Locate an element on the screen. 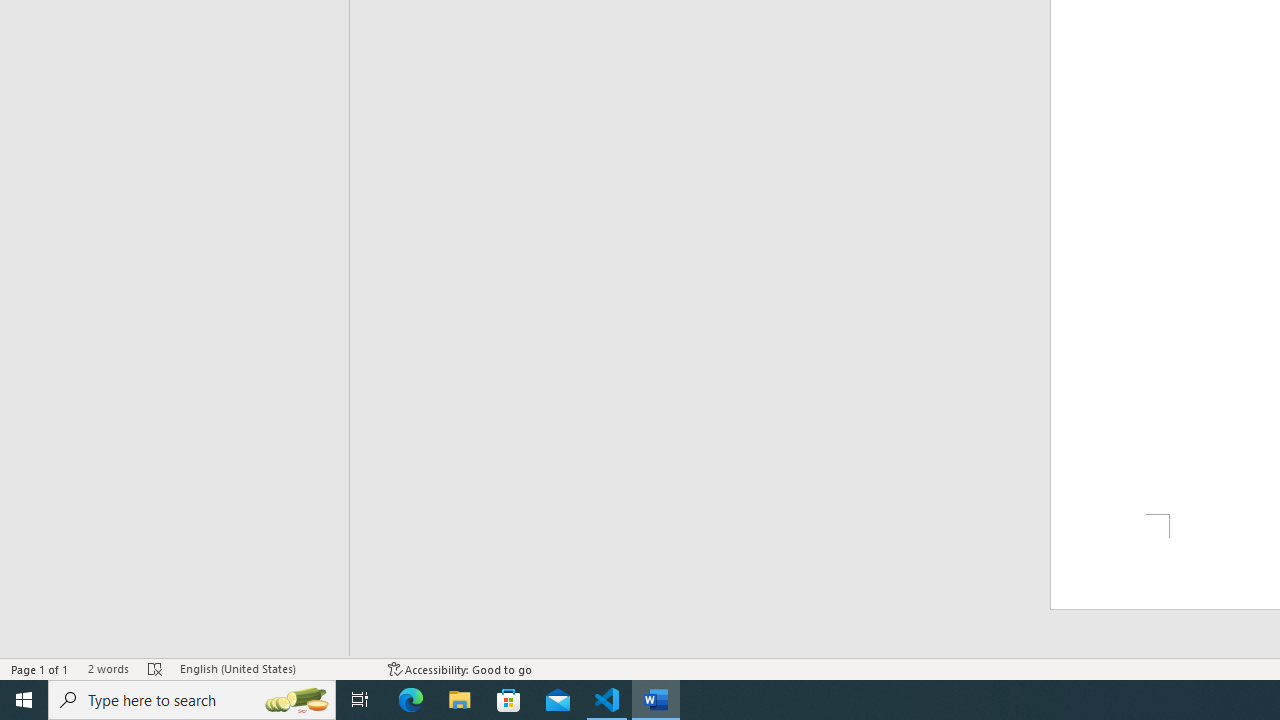 The height and width of the screenshot is (720, 1280). 'Page Number Page 1 of 1' is located at coordinates (40, 669).